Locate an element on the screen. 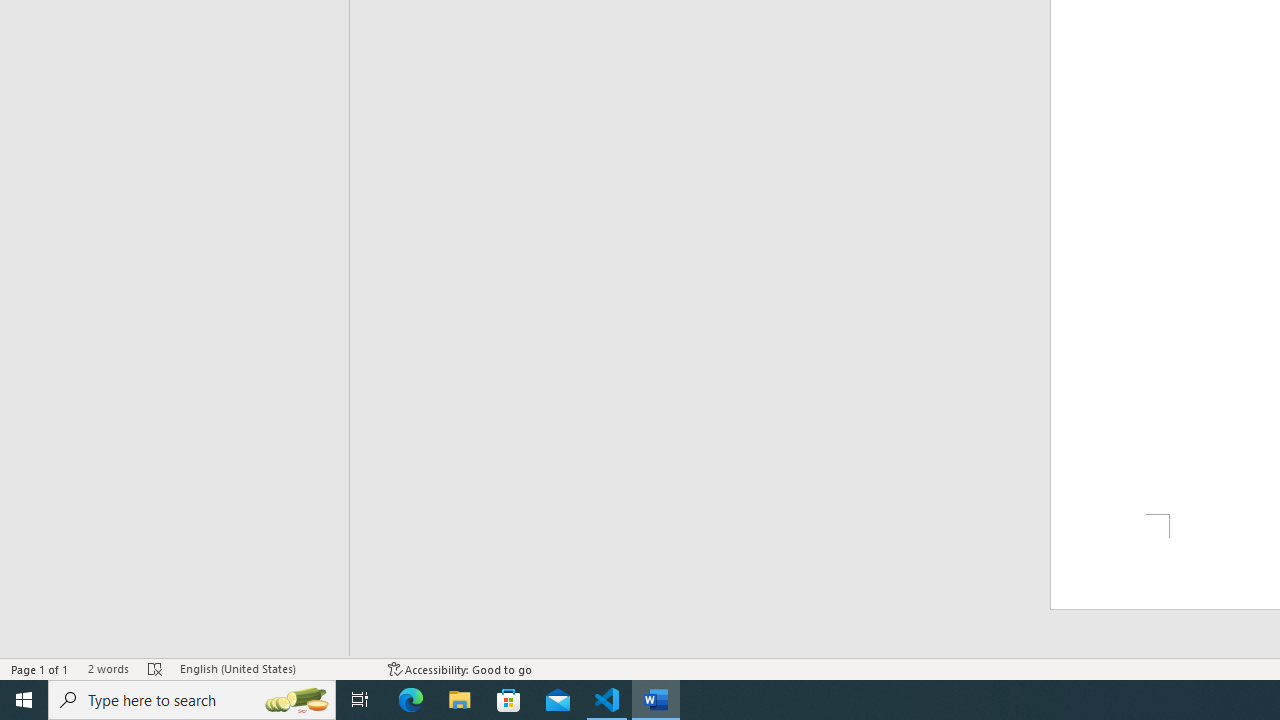 The height and width of the screenshot is (720, 1280). 'Page Number Page 1 of 1' is located at coordinates (40, 669).